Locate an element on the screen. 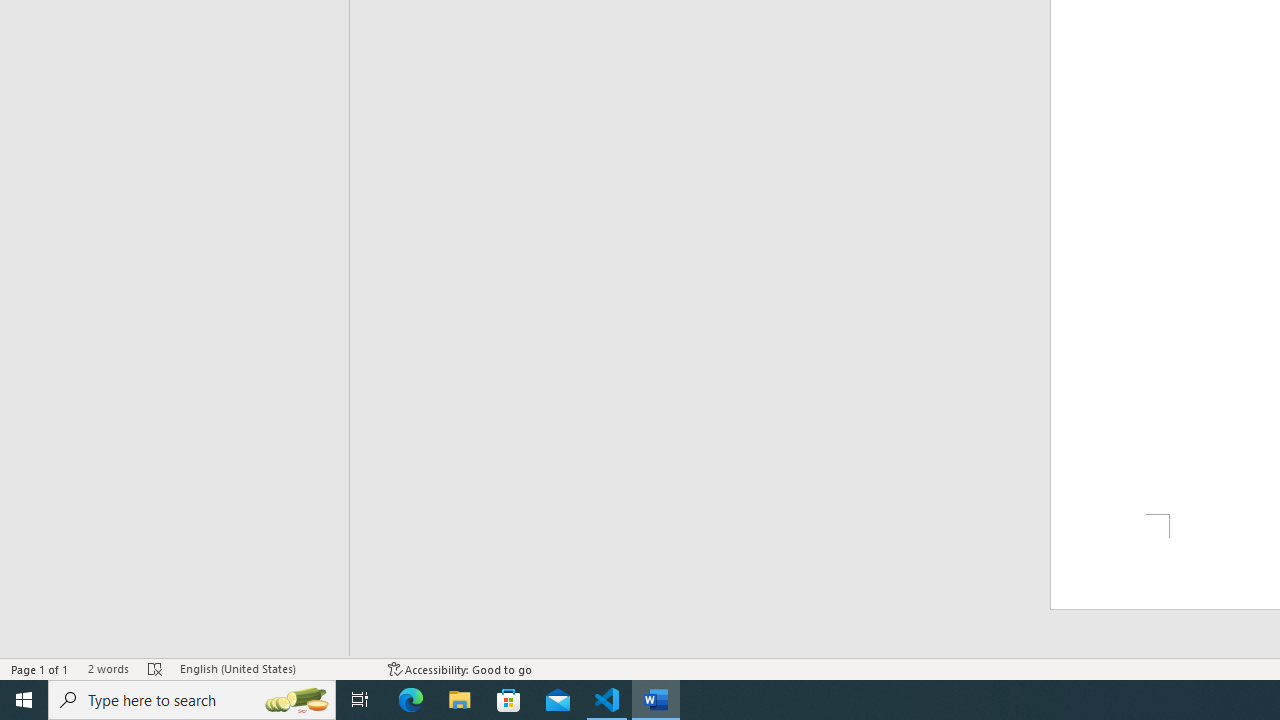 The height and width of the screenshot is (720, 1280). 'Page Number Page 1 of 1' is located at coordinates (40, 669).